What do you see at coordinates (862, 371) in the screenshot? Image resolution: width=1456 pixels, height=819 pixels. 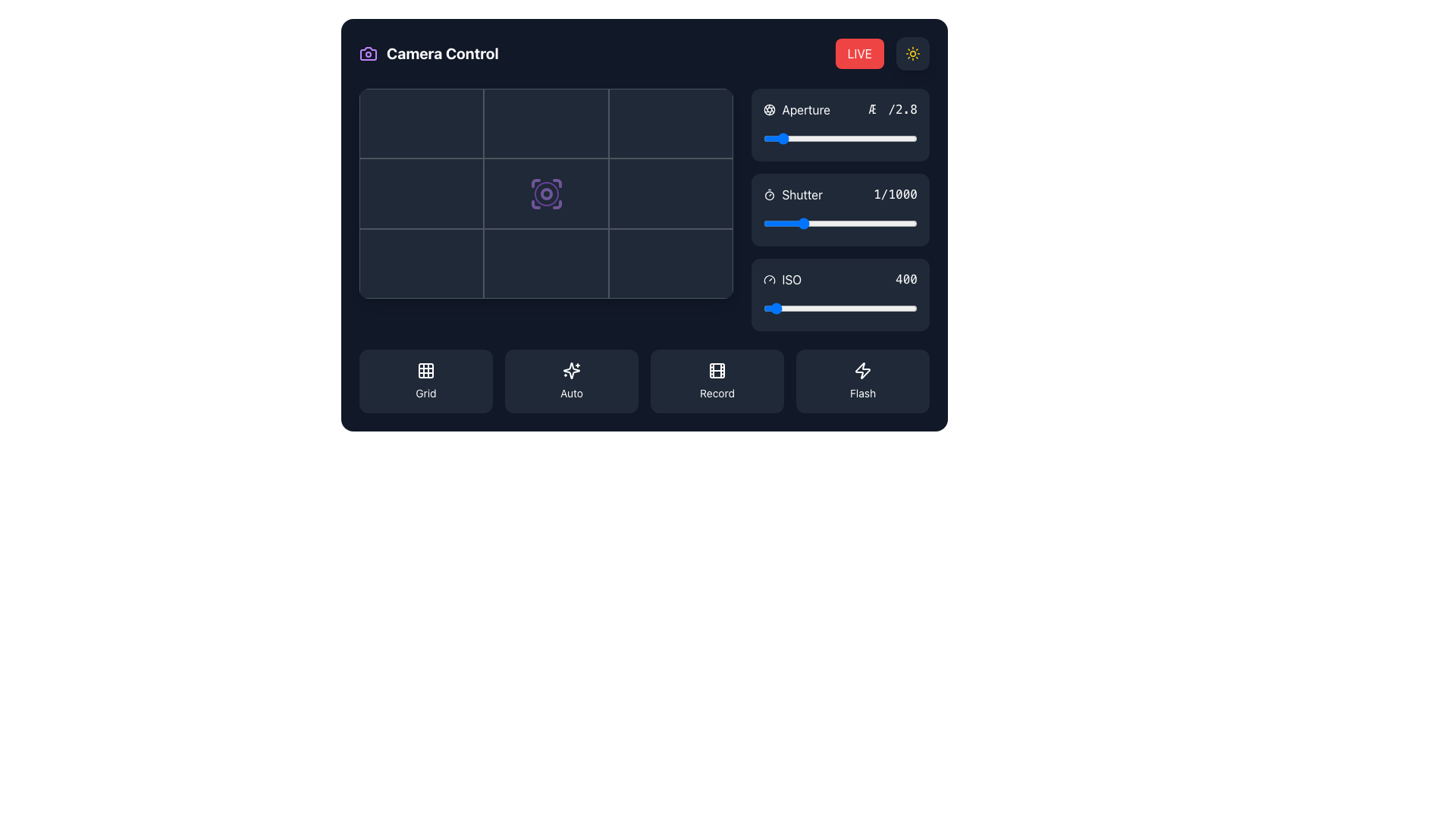 I see `the flash icon located in the bottom-right button of the grid` at bounding box center [862, 371].